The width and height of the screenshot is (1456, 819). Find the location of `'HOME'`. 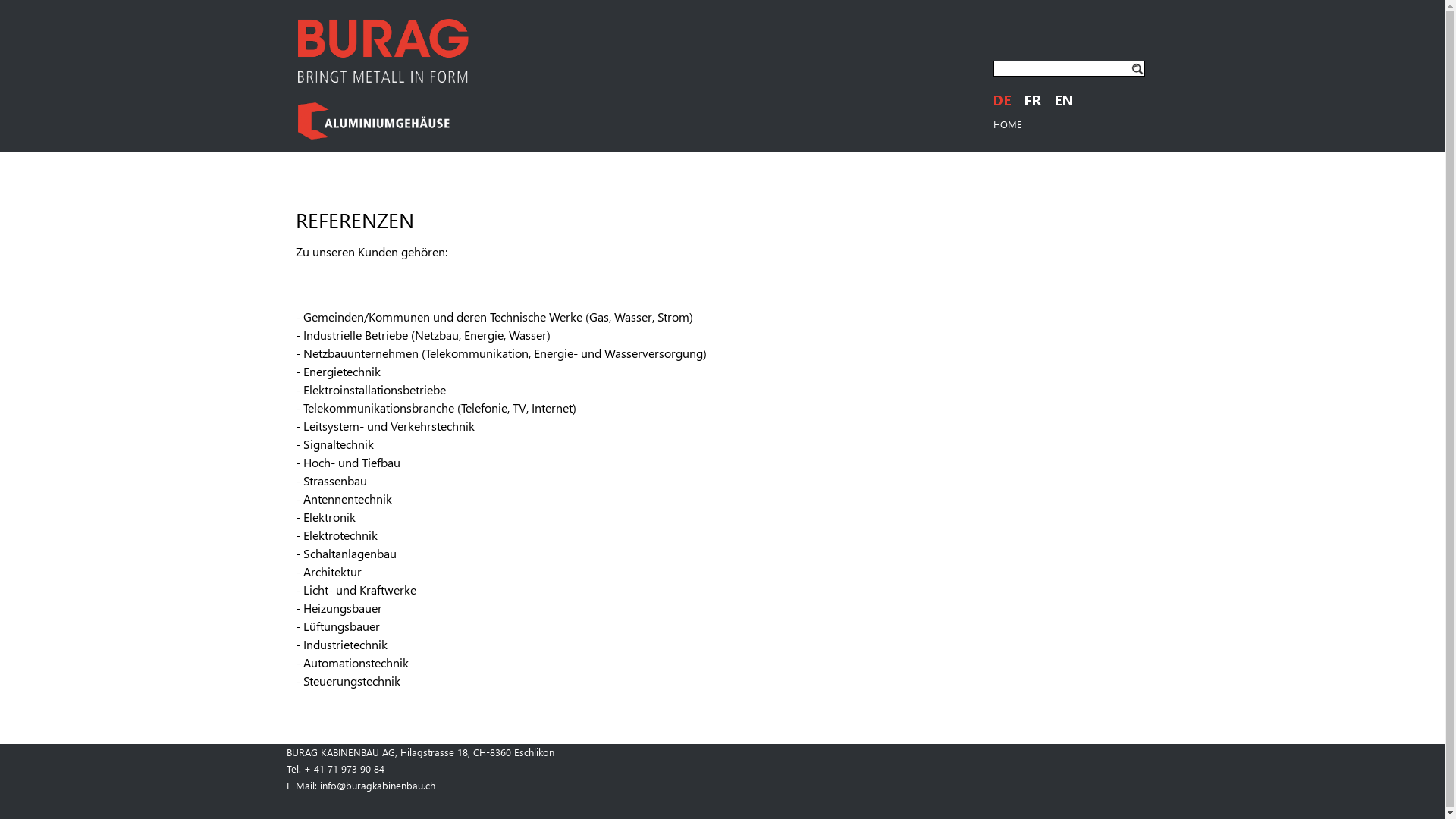

'HOME' is located at coordinates (1008, 123).